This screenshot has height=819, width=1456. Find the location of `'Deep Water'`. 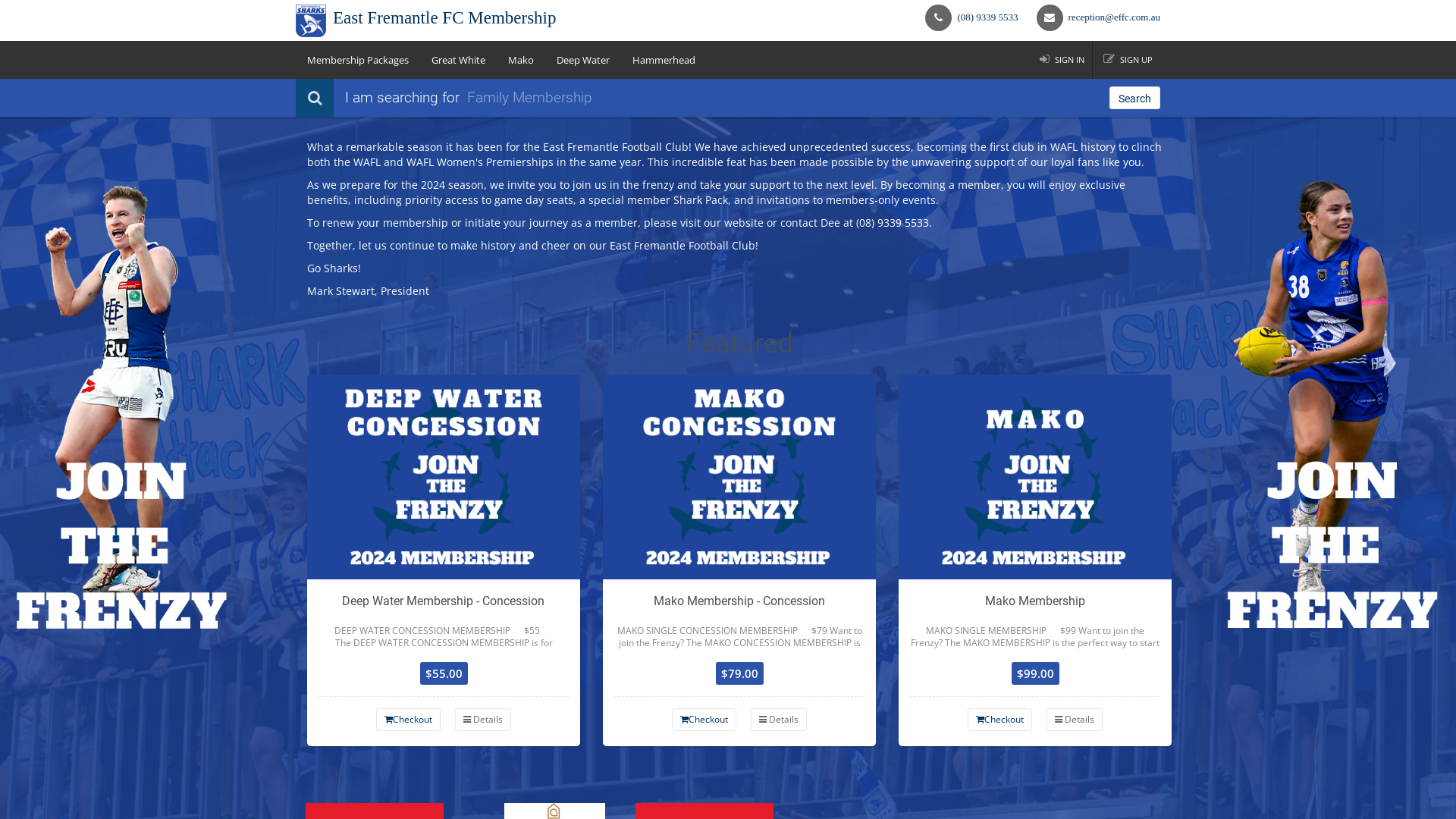

'Deep Water' is located at coordinates (582, 58).